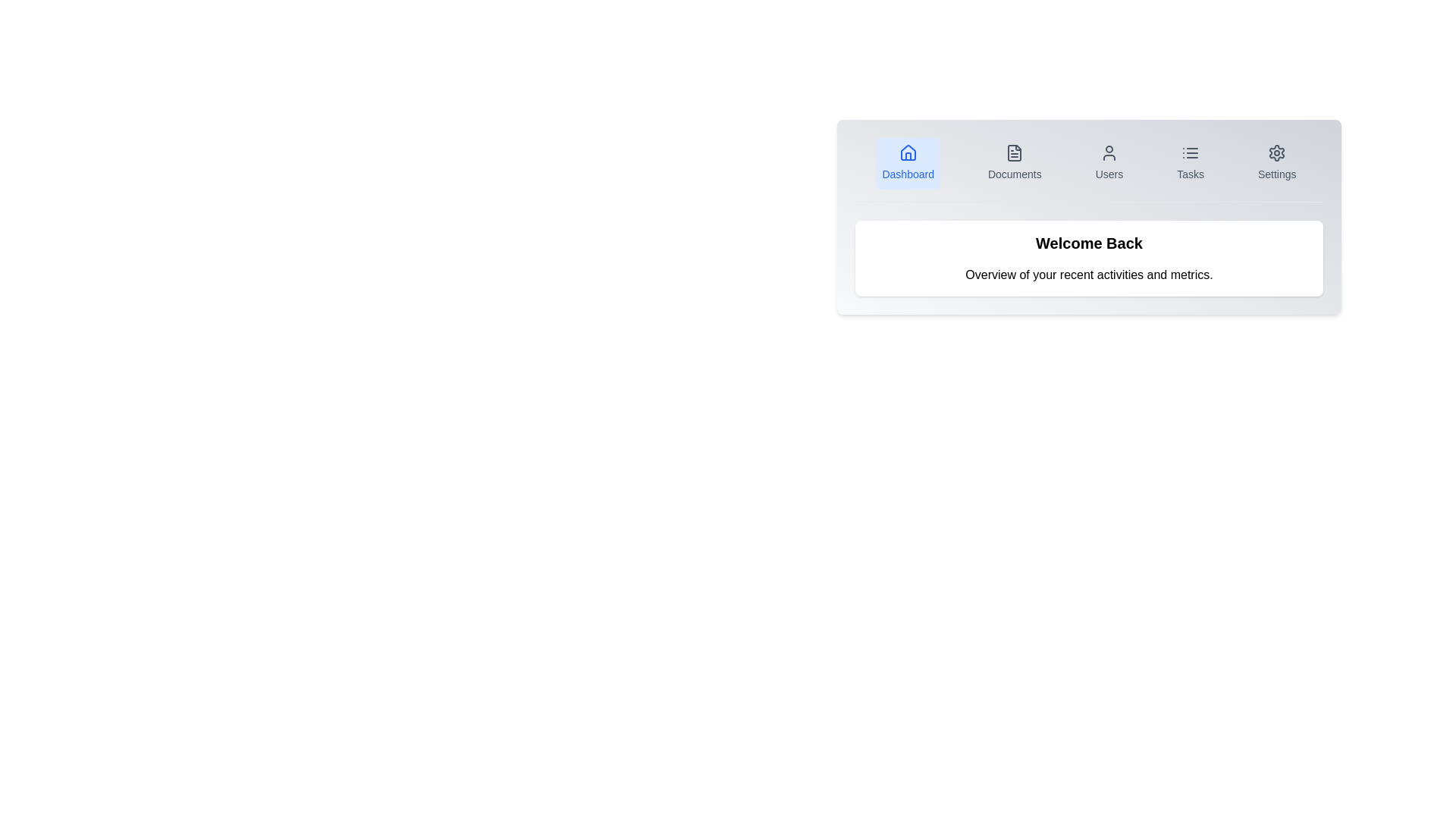 The height and width of the screenshot is (819, 1456). I want to click on the 'Users' text label located in the third navigation option of the horizontal navigation bar, which is styled with a small font size and medium weight, so click(1109, 174).